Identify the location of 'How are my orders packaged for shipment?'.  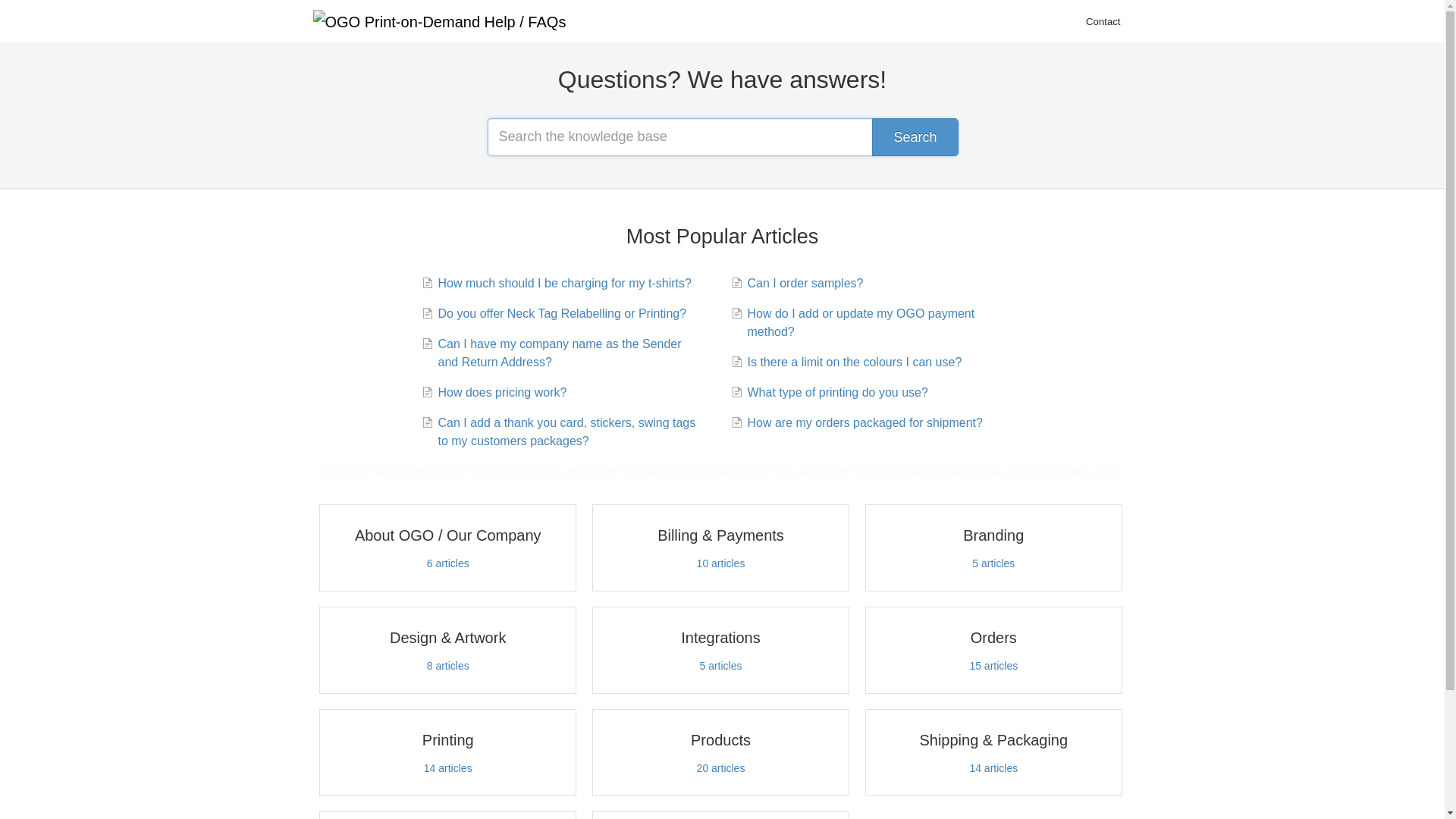
(862, 423).